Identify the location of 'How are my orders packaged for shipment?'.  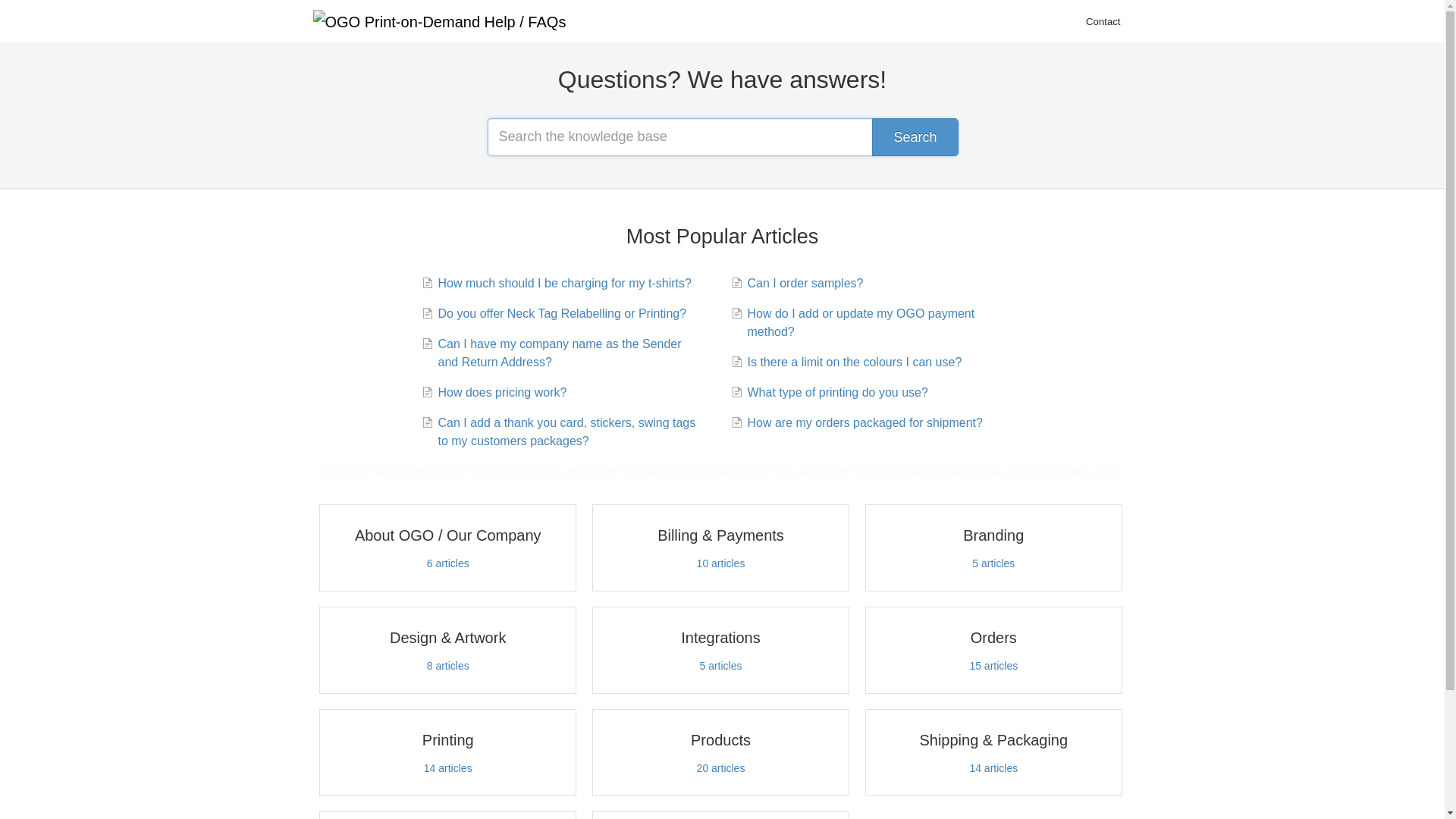
(862, 423).